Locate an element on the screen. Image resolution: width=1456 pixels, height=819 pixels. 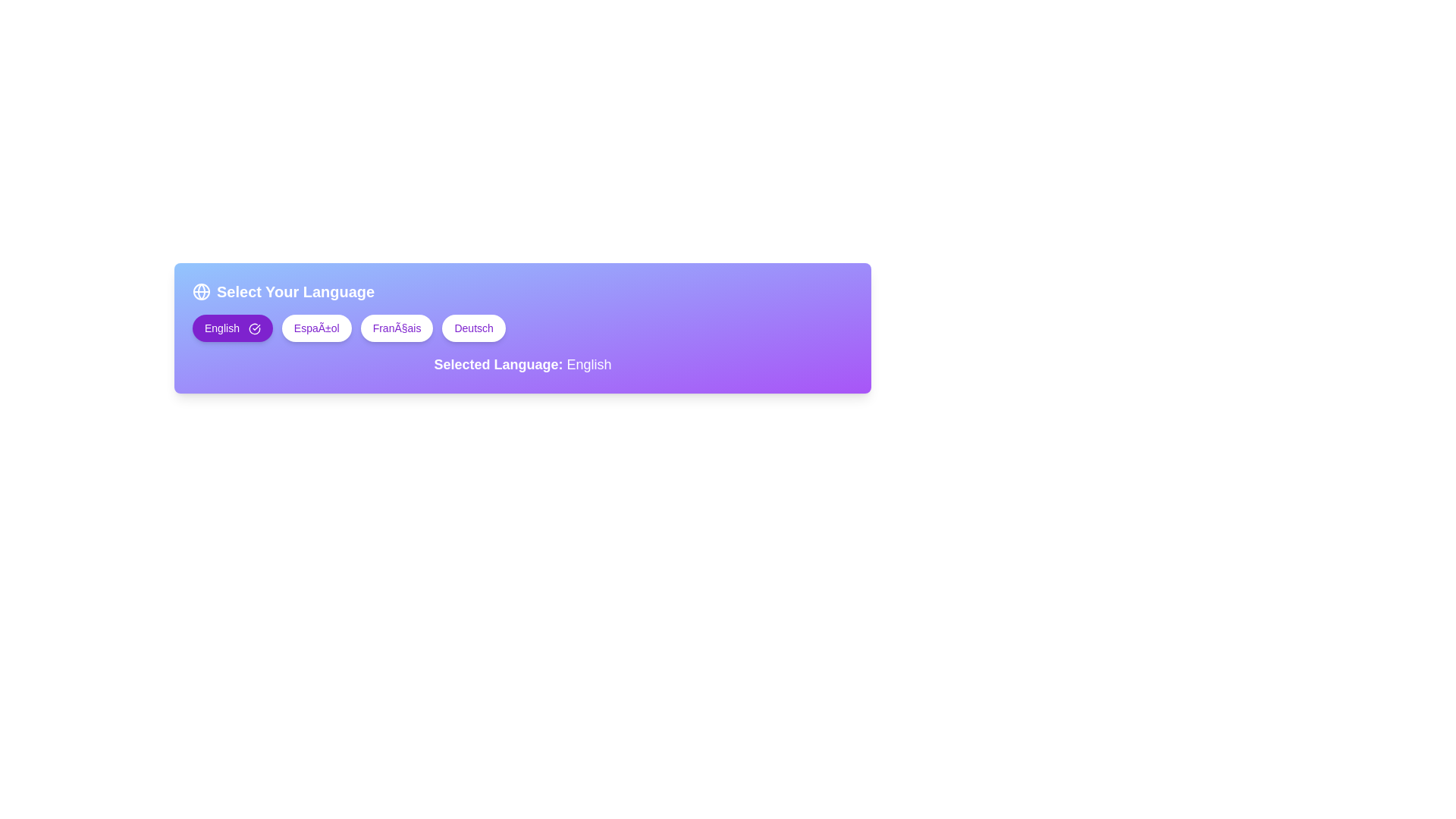
the rounded button labeled 'Español' to observe its hover effect, which enlarges the button slightly is located at coordinates (315, 327).